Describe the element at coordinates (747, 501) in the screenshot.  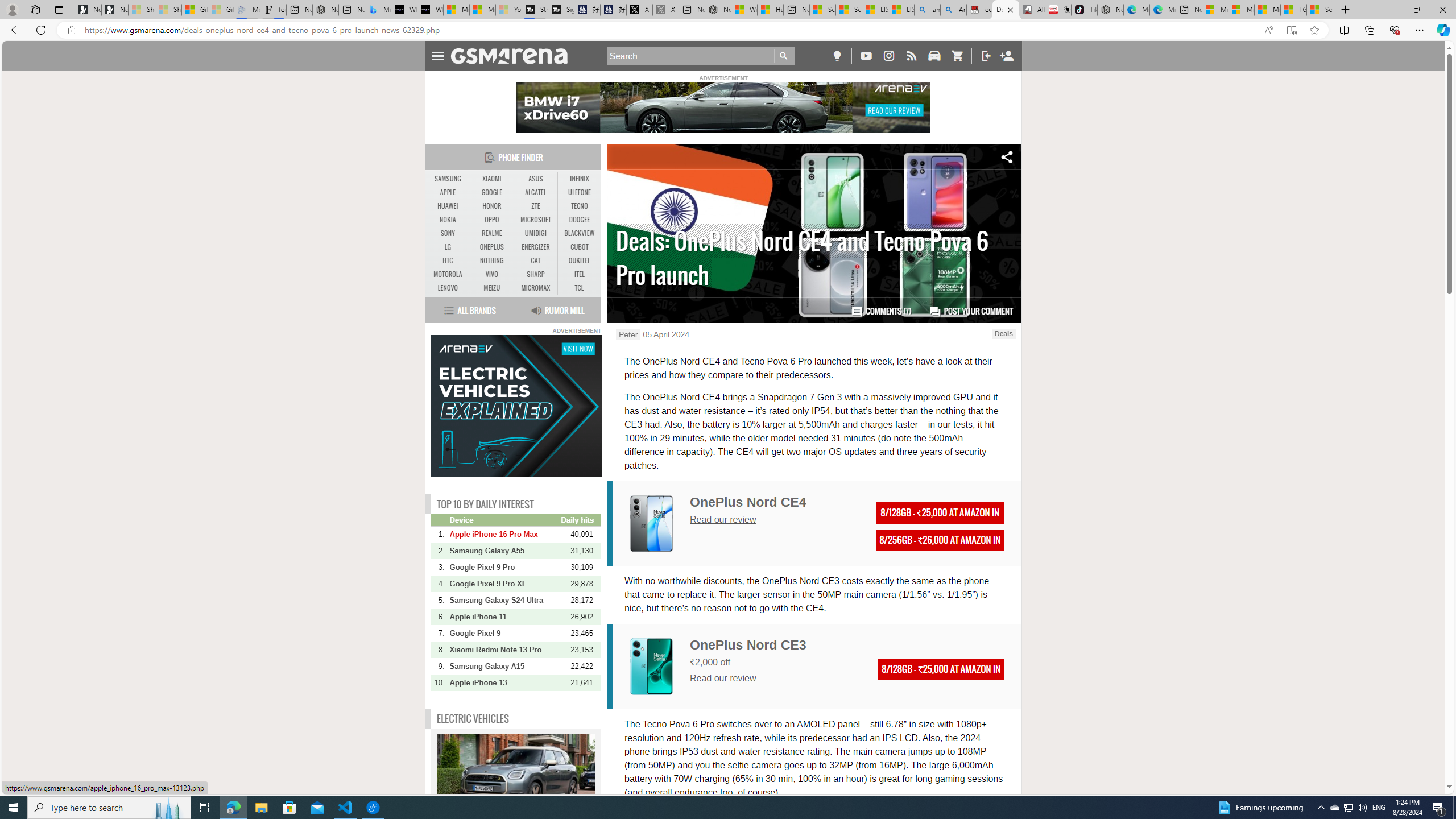
I see `'OnePlus Nord CE4'` at that location.